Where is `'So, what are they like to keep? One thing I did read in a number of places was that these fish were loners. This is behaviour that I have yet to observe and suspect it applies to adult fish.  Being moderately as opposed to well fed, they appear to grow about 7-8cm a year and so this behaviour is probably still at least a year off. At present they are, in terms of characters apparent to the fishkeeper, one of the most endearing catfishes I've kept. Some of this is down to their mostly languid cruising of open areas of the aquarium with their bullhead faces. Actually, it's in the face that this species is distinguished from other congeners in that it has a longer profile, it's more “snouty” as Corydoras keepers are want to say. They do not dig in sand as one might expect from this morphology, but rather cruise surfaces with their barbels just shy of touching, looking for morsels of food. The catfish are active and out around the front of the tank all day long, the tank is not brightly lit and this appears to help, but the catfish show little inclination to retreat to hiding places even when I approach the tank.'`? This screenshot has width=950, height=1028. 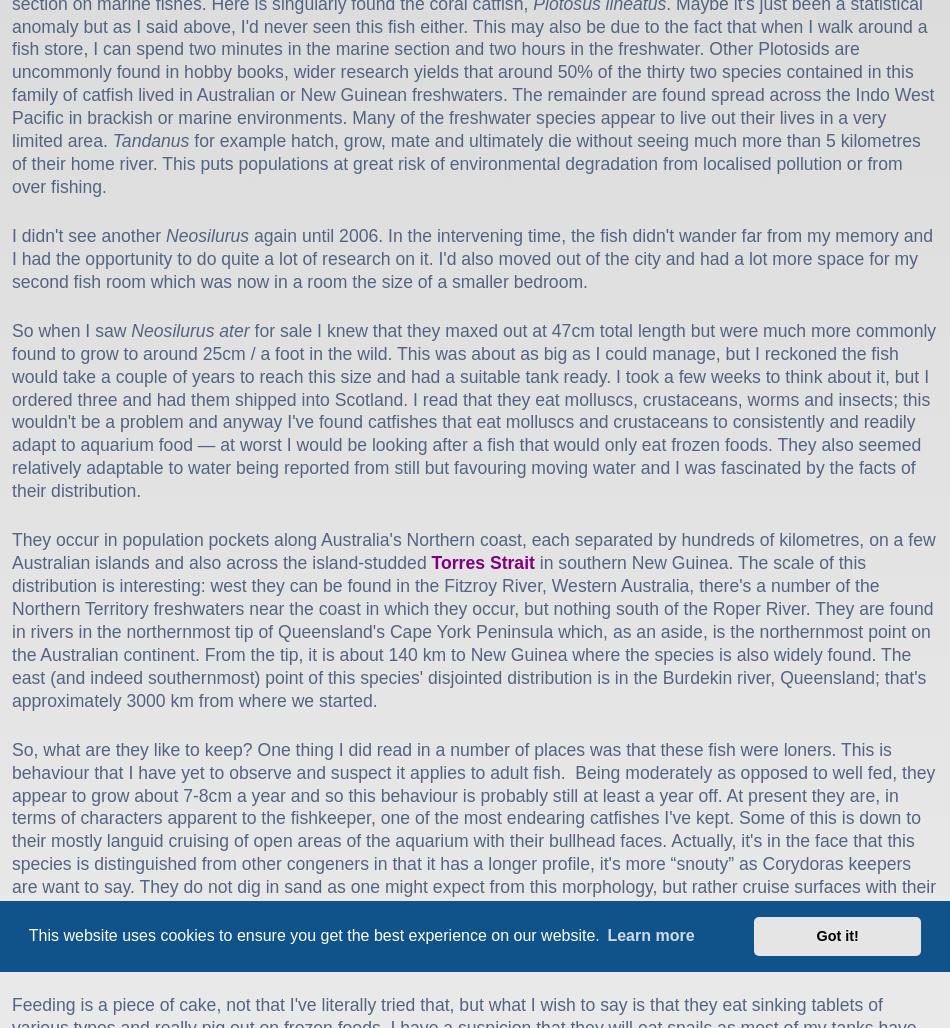
'So, what are they like to keep? One thing I did read in a number of places was that these fish were loners. This is behaviour that I have yet to observe and suspect it applies to adult fish.  Being moderately as opposed to well fed, they appear to grow about 7-8cm a year and so this behaviour is probably still at least a year off. At present they are, in terms of characters apparent to the fishkeeper, one of the most endearing catfishes I've kept. Some of this is down to their mostly languid cruising of open areas of the aquarium with their bullhead faces. Actually, it's in the face that this species is distinguished from other congeners in that it has a longer profile, it's more “snouty” as Corydoras keepers are want to say. They do not dig in sand as one might expect from this morphology, but rather cruise surfaces with their barbels just shy of touching, looking for morsels of food. The catfish are active and out around the front of the tank all day long, the tank is not brightly lit and this appears to help, but the catfish show little inclination to retreat to hiding places even when I approach the tank.' is located at coordinates (11, 851).